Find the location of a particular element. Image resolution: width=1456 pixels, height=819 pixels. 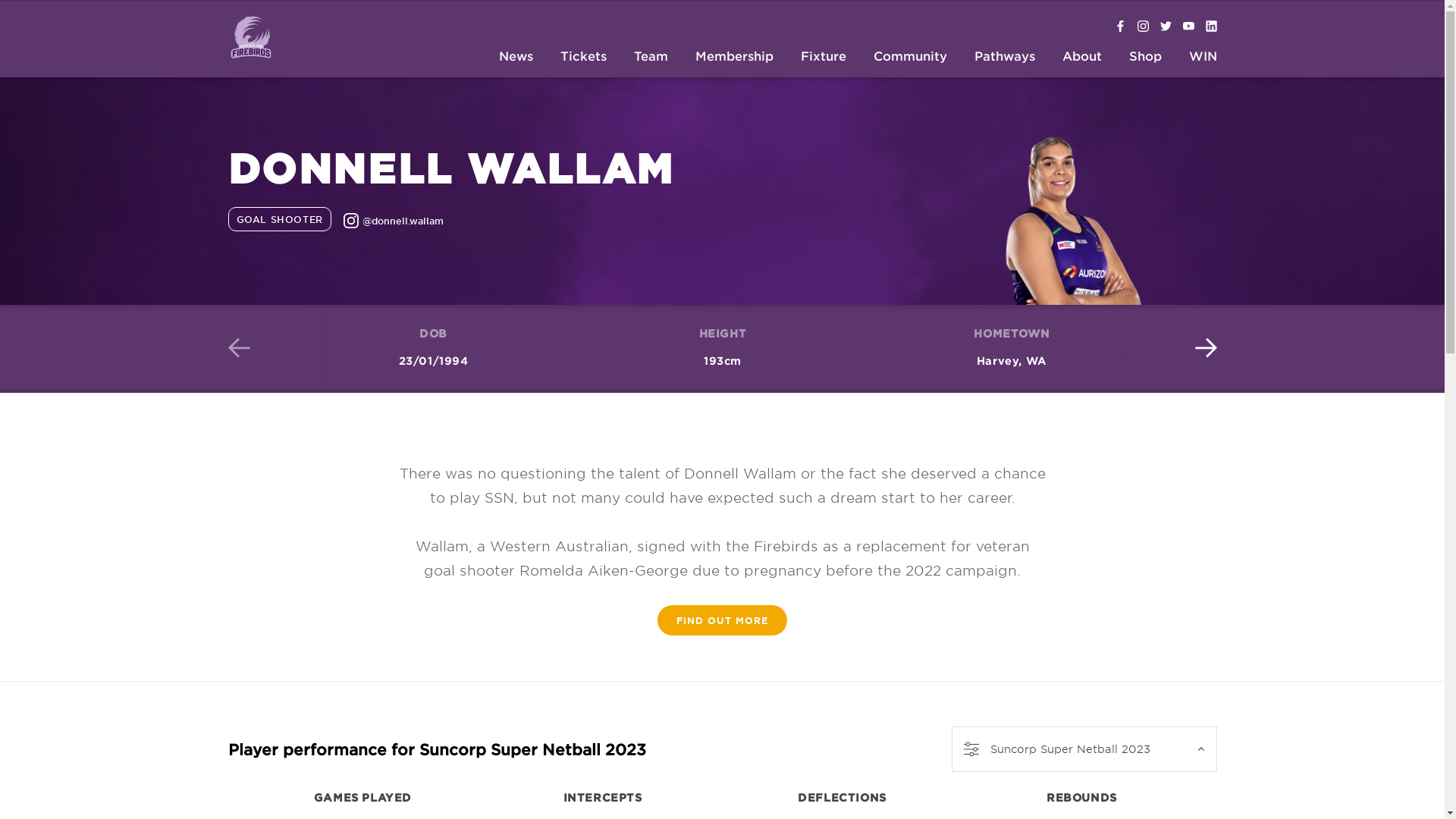

'Firebirds Facebook' is located at coordinates (1120, 26).